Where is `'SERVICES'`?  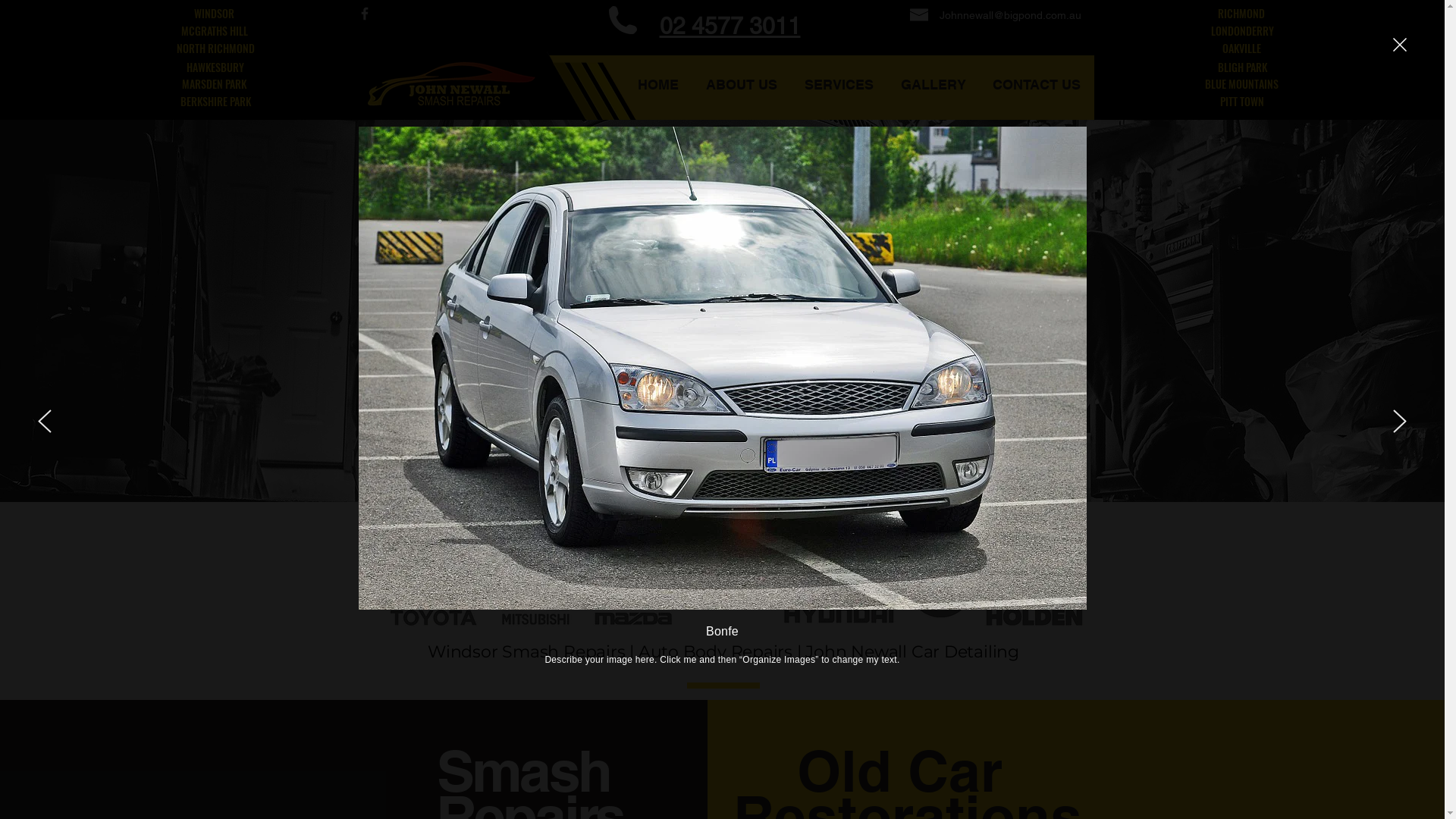
'SERVICES' is located at coordinates (789, 83).